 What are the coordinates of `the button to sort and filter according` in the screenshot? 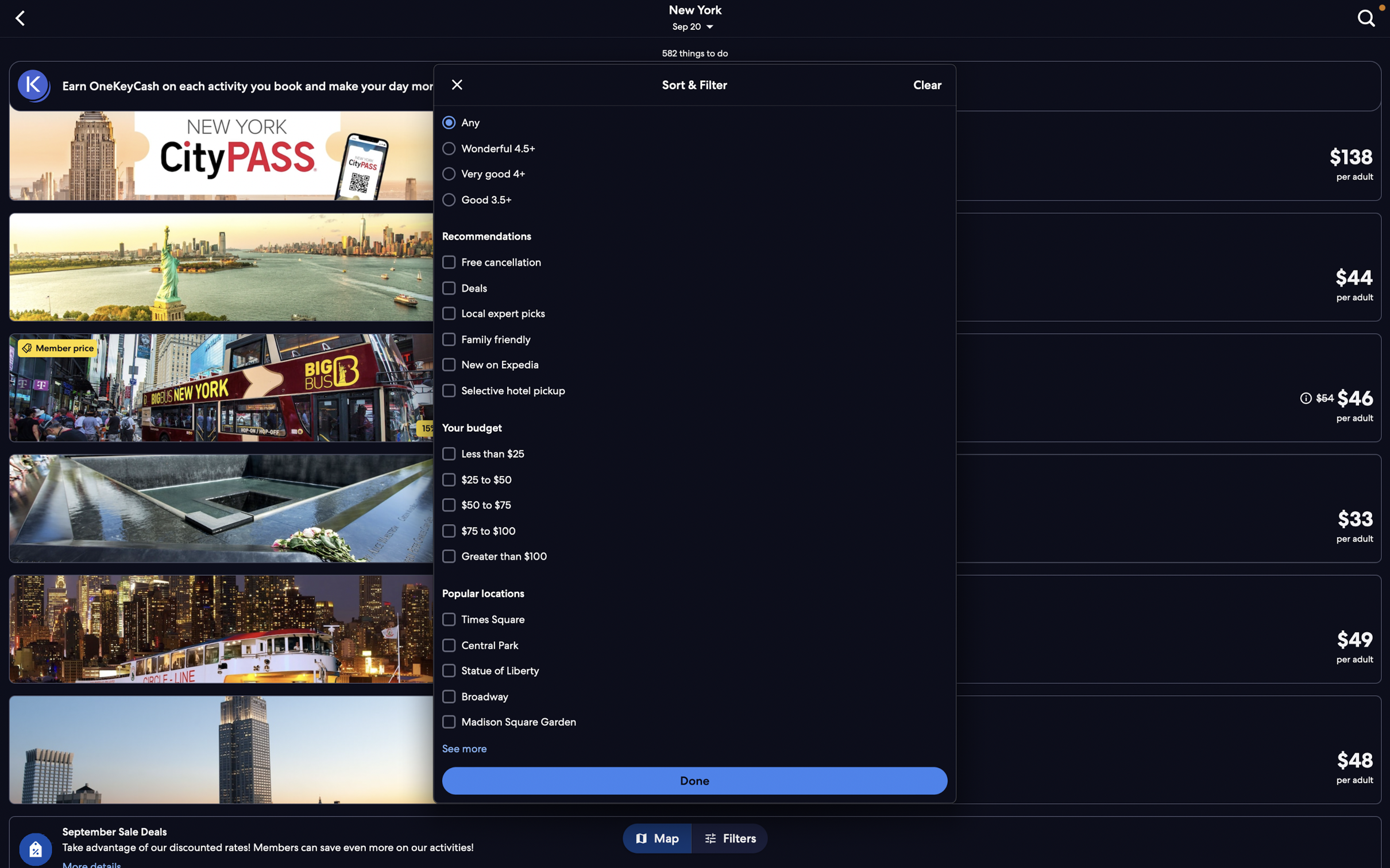 It's located at (695, 780).